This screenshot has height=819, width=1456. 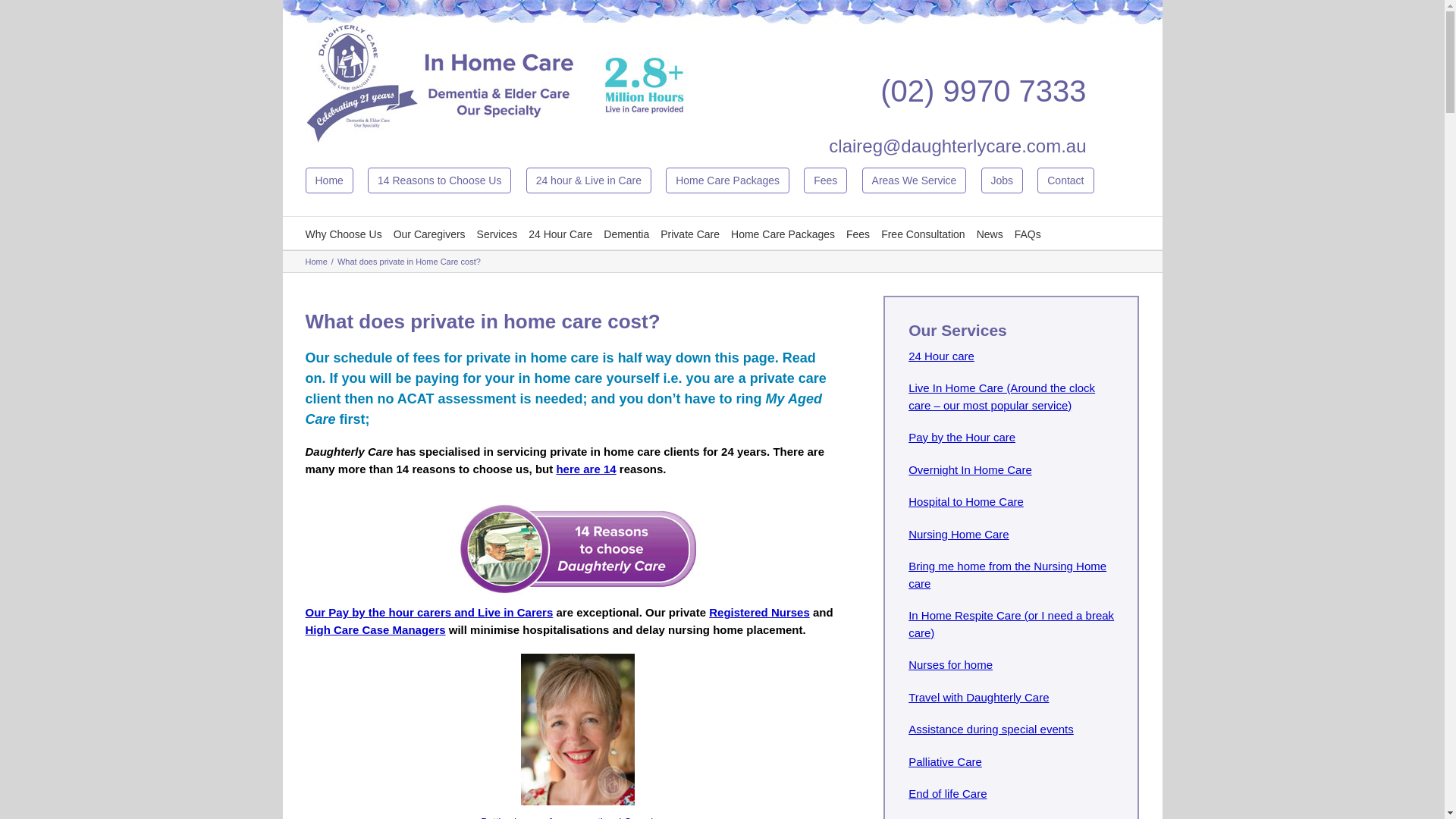 What do you see at coordinates (956, 146) in the screenshot?
I see `'claireg@daughterlycare.com.au'` at bounding box center [956, 146].